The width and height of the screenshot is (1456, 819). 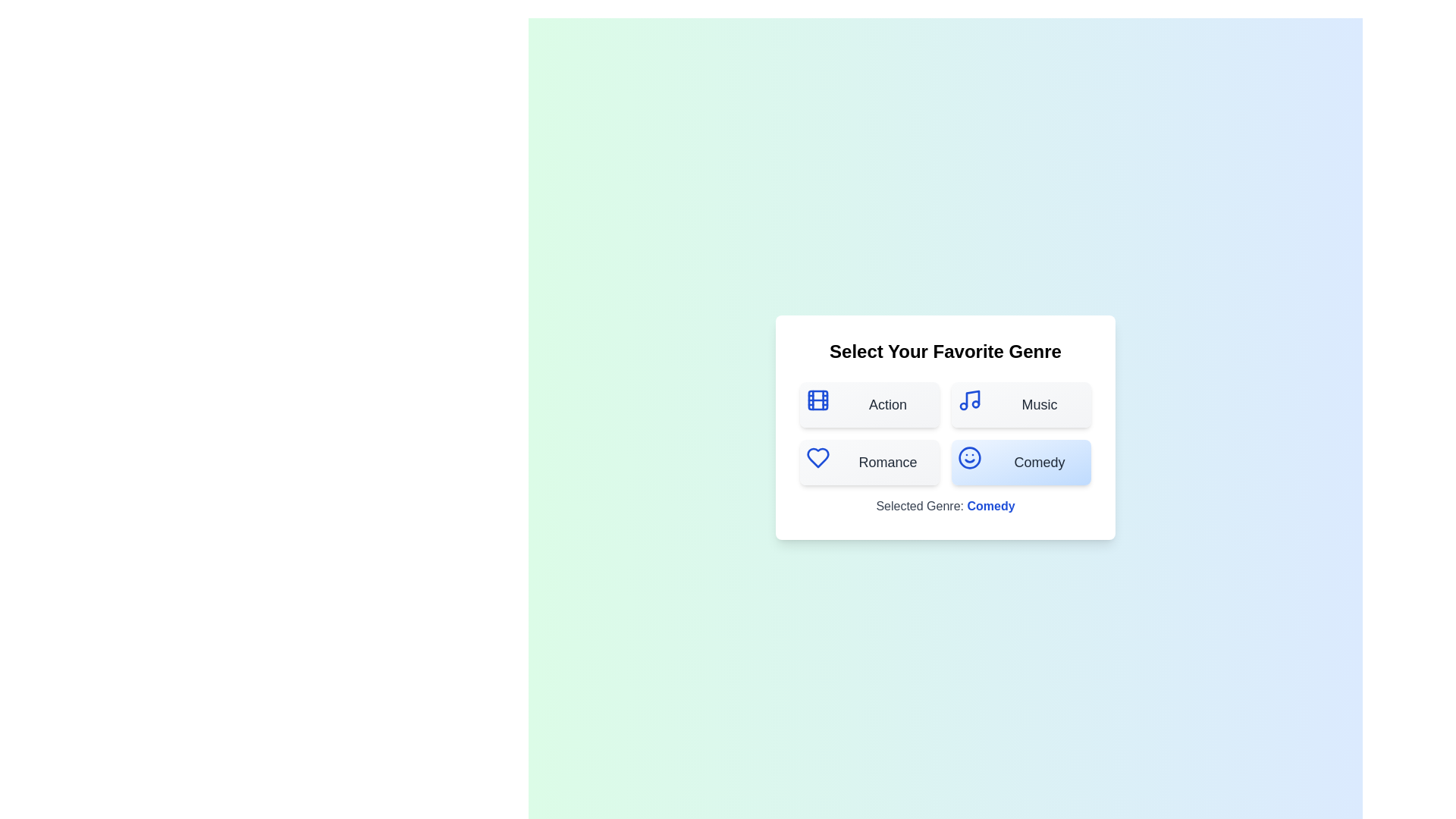 What do you see at coordinates (990, 506) in the screenshot?
I see `text 'Comedy' from the line 'Selected Genre: Comedy' displayed in bold blue beneath the genre selection panel` at bounding box center [990, 506].